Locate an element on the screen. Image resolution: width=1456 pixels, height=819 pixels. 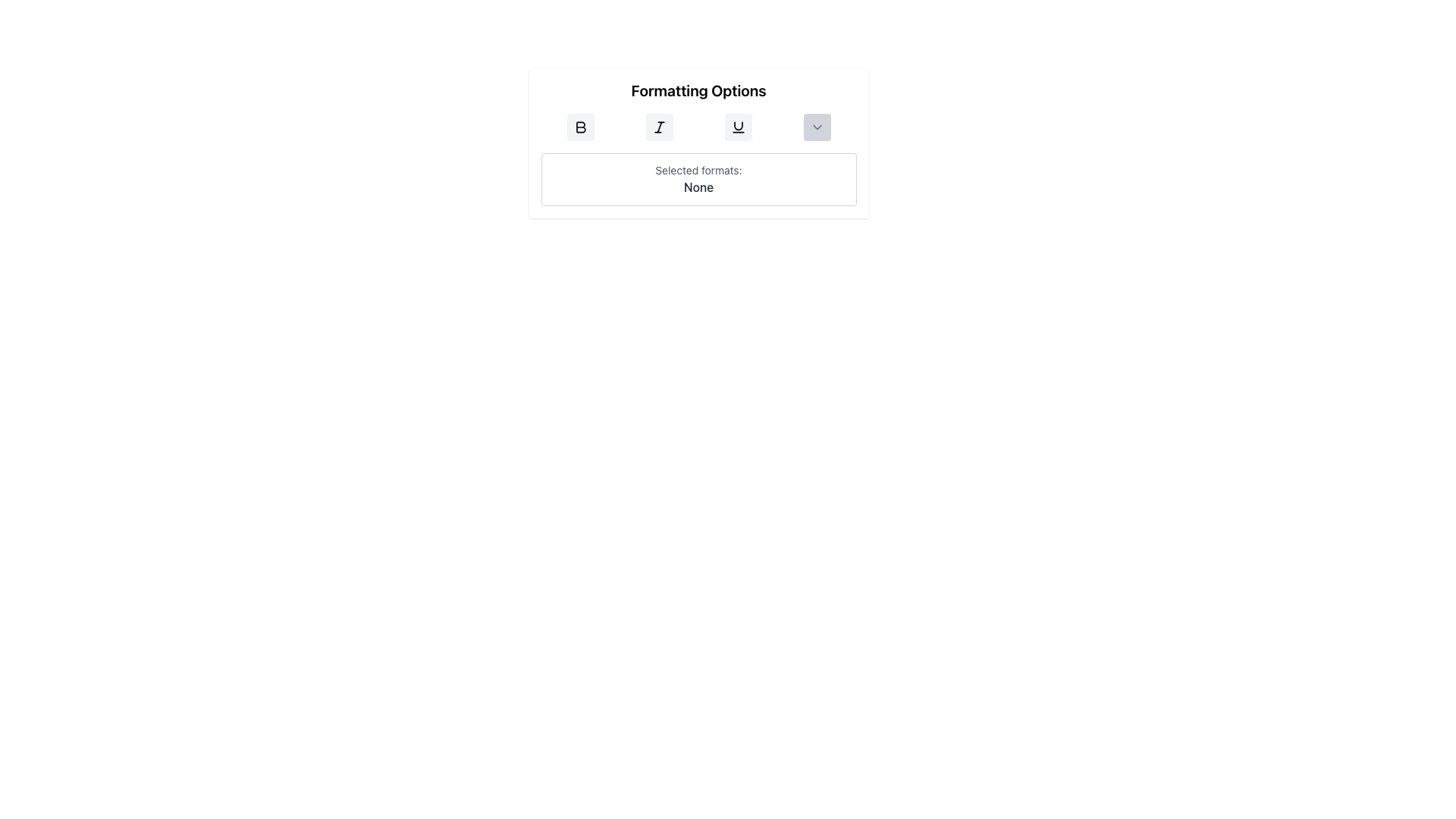
the bold formatting button located in the top row of the formatting options section is located at coordinates (579, 127).